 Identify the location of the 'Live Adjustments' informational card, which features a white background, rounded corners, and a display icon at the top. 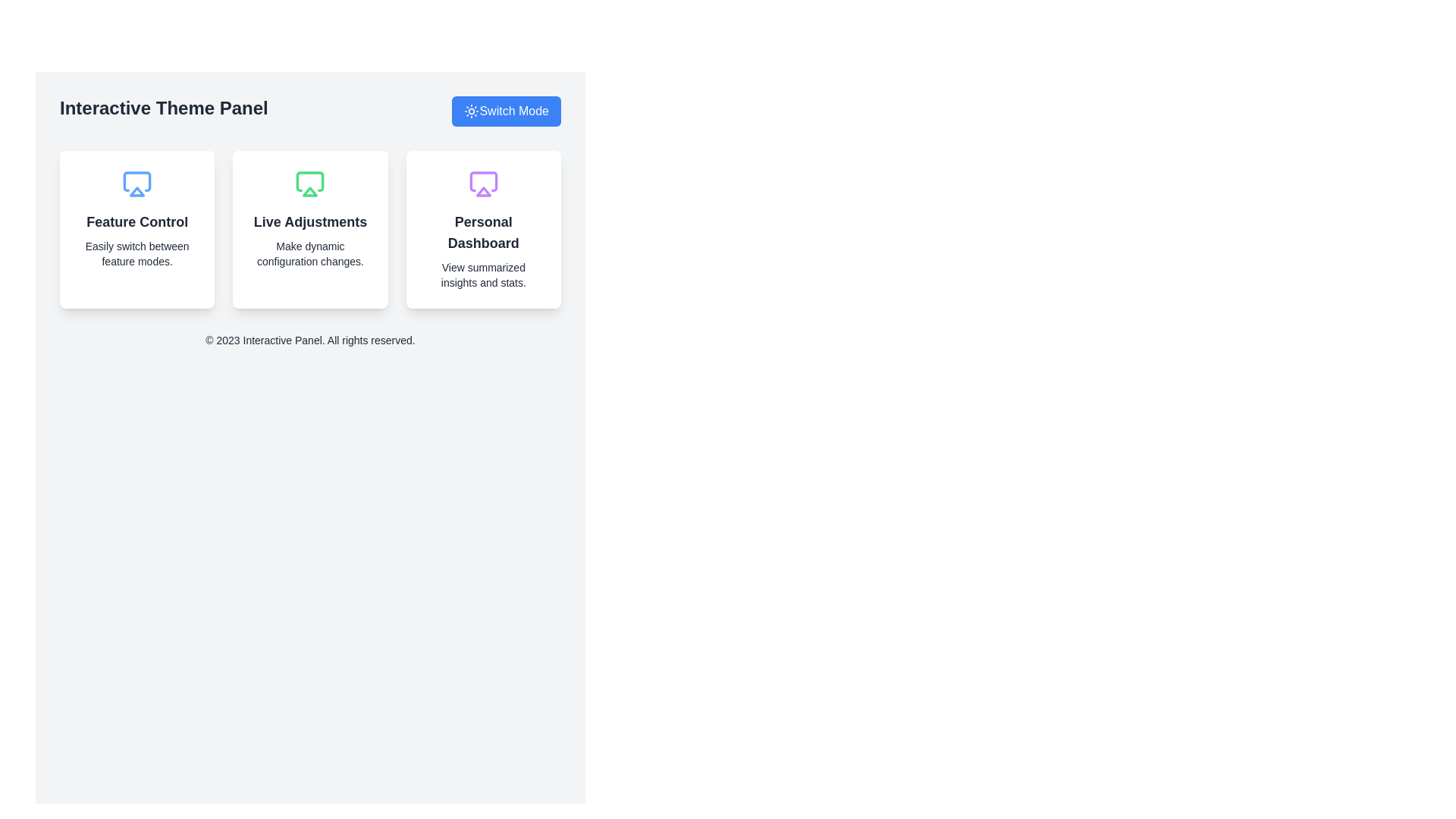
(309, 230).